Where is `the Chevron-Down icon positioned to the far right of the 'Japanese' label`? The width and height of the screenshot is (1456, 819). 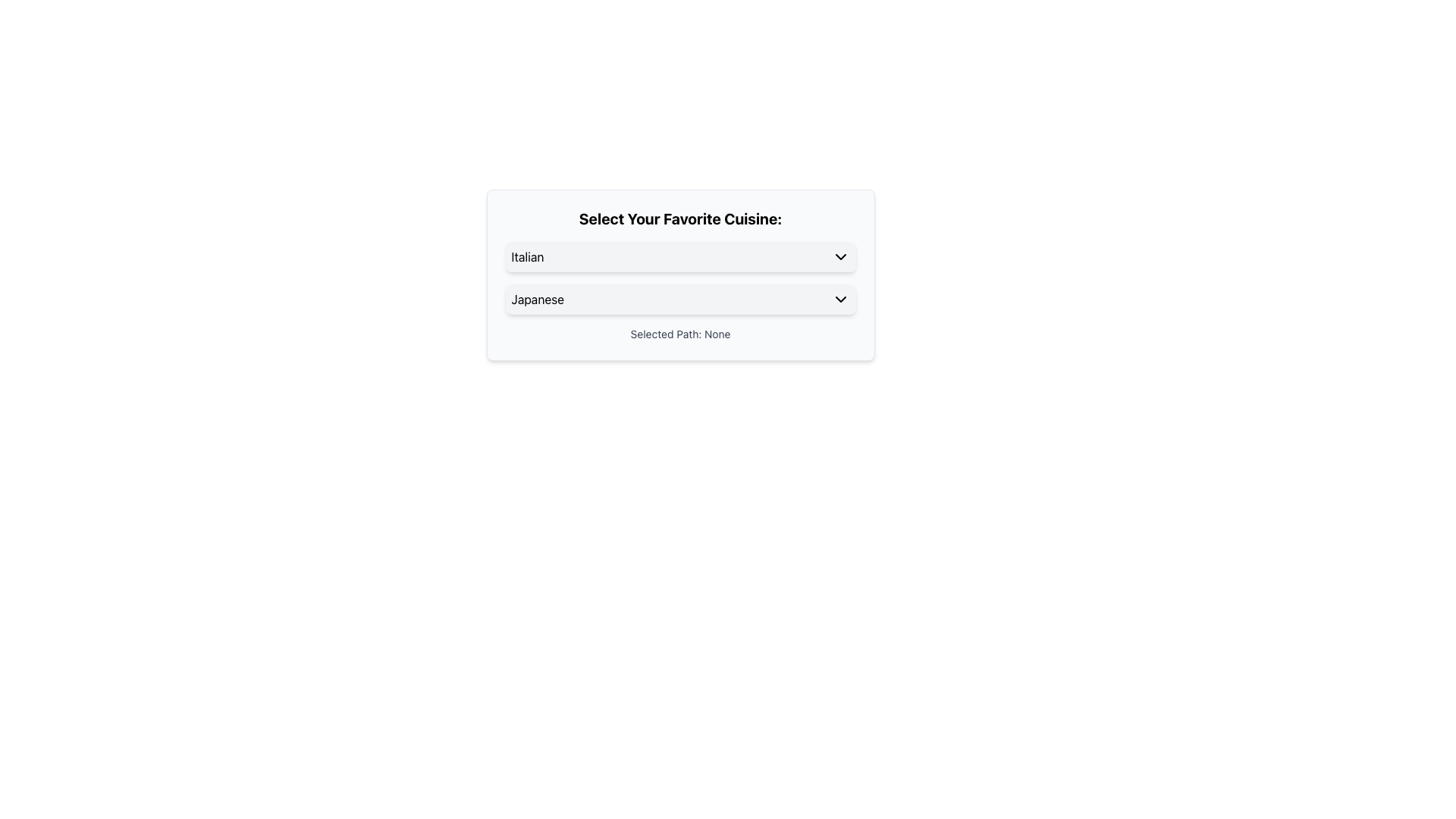
the Chevron-Down icon positioned to the far right of the 'Japanese' label is located at coordinates (839, 299).